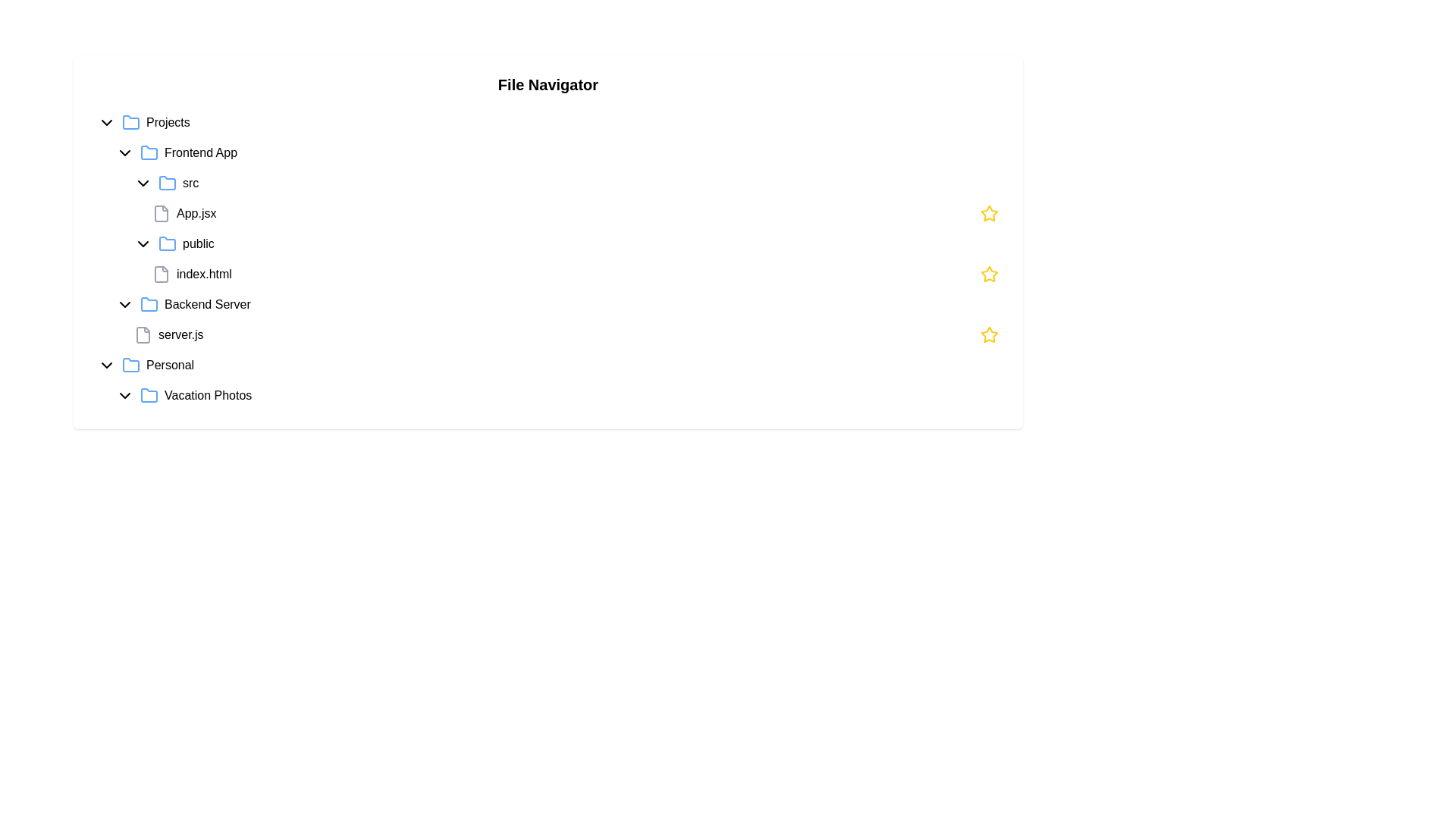 This screenshot has height=819, width=1456. Describe the element at coordinates (167, 243) in the screenshot. I see `the blue folder icon located adjacent to the text 'public'` at that location.